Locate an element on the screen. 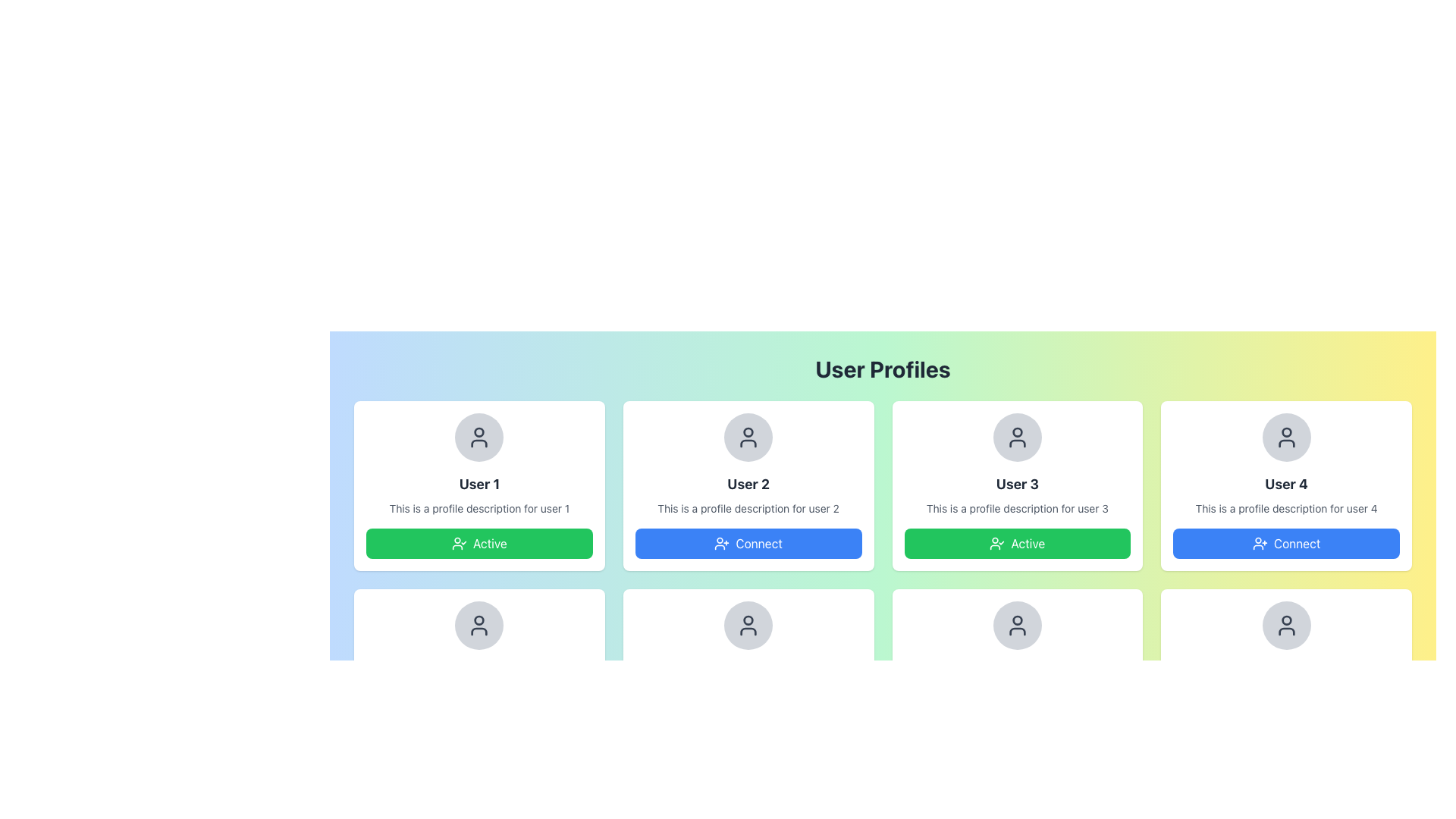  the circular user avatar icon with a red feature located in the header of the 'User 4' card is located at coordinates (1285, 432).